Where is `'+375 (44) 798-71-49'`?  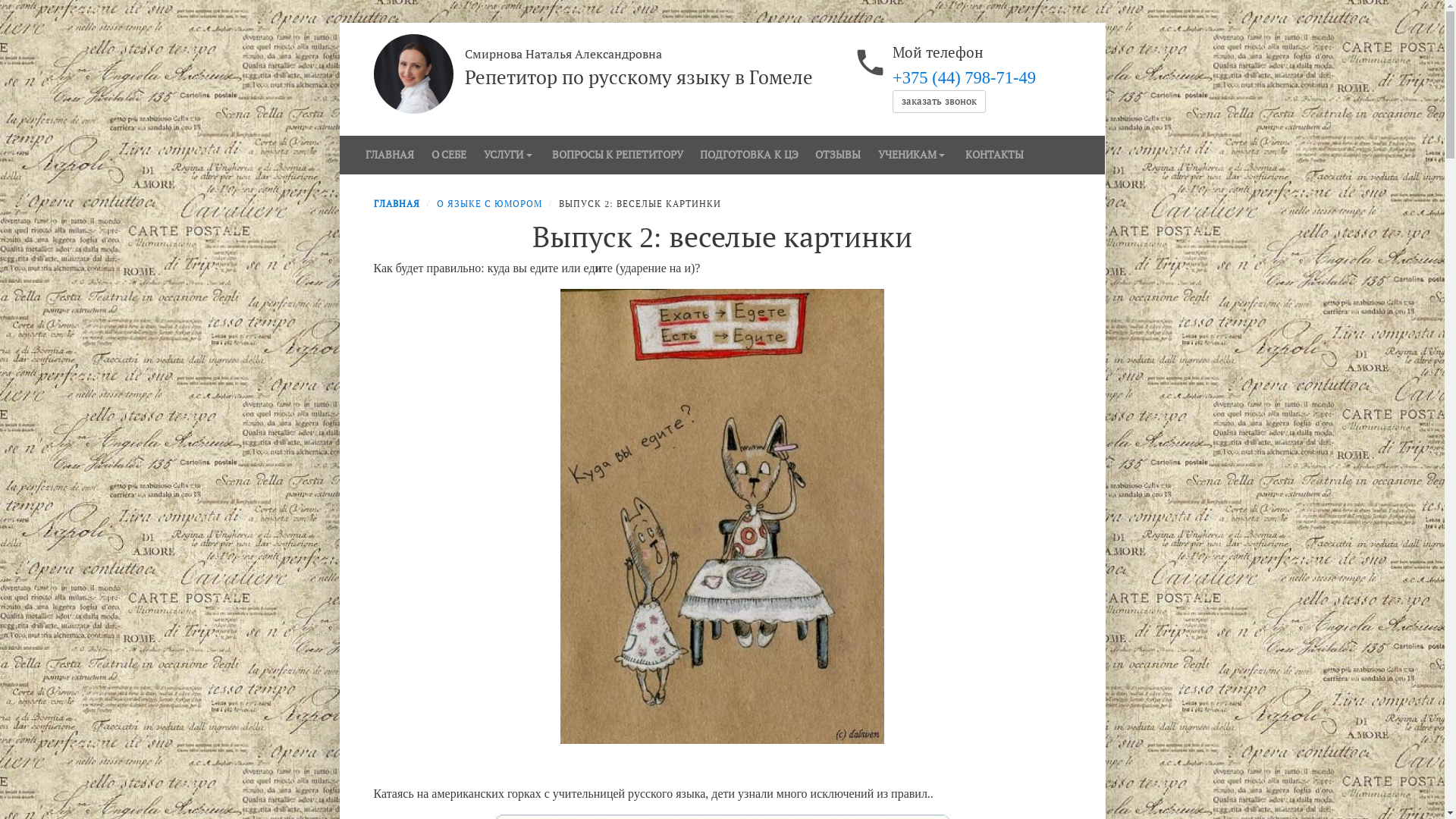
'+375 (44) 798-71-49' is located at coordinates (963, 77).